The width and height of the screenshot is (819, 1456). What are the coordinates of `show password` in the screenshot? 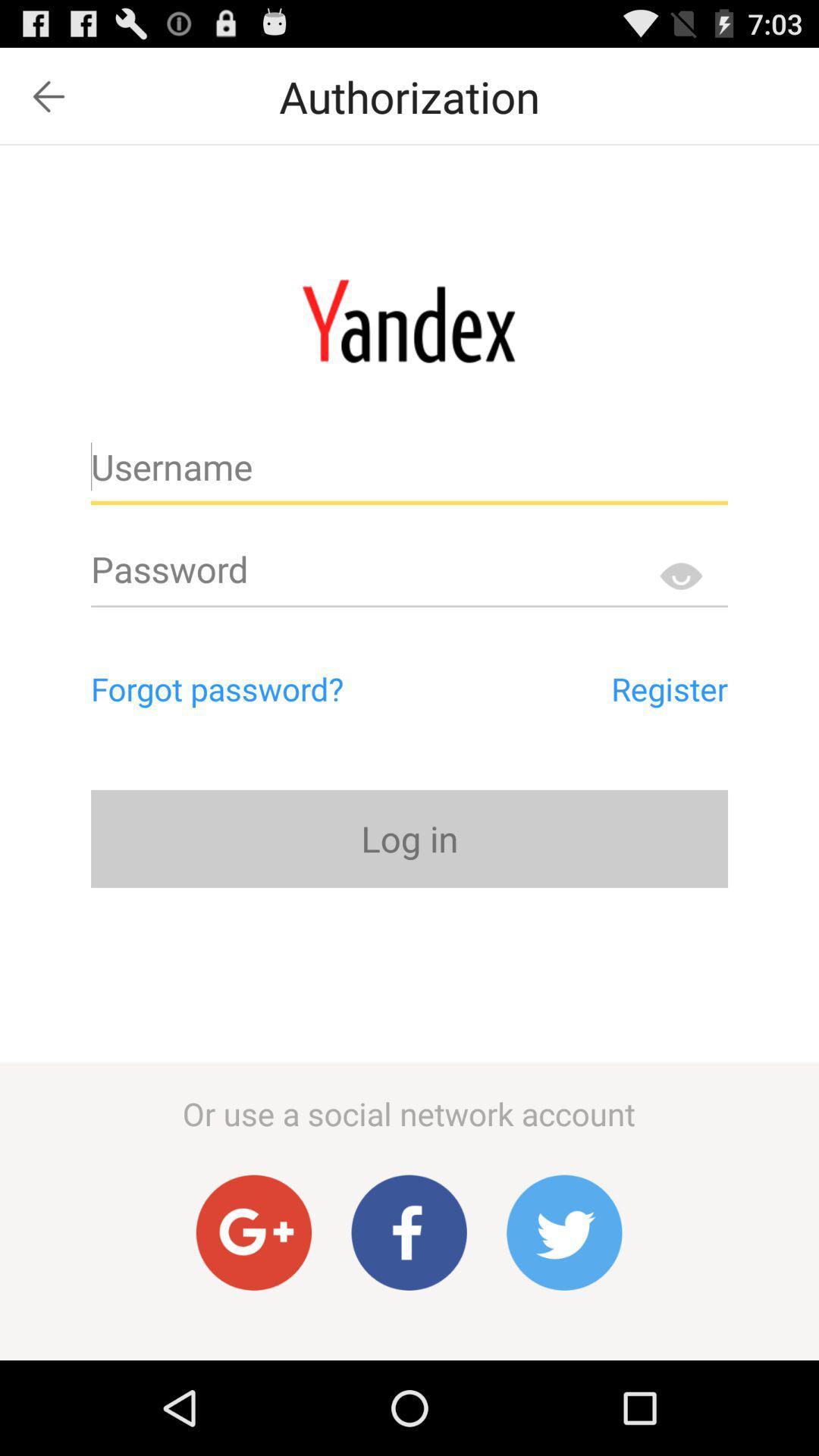 It's located at (679, 575).